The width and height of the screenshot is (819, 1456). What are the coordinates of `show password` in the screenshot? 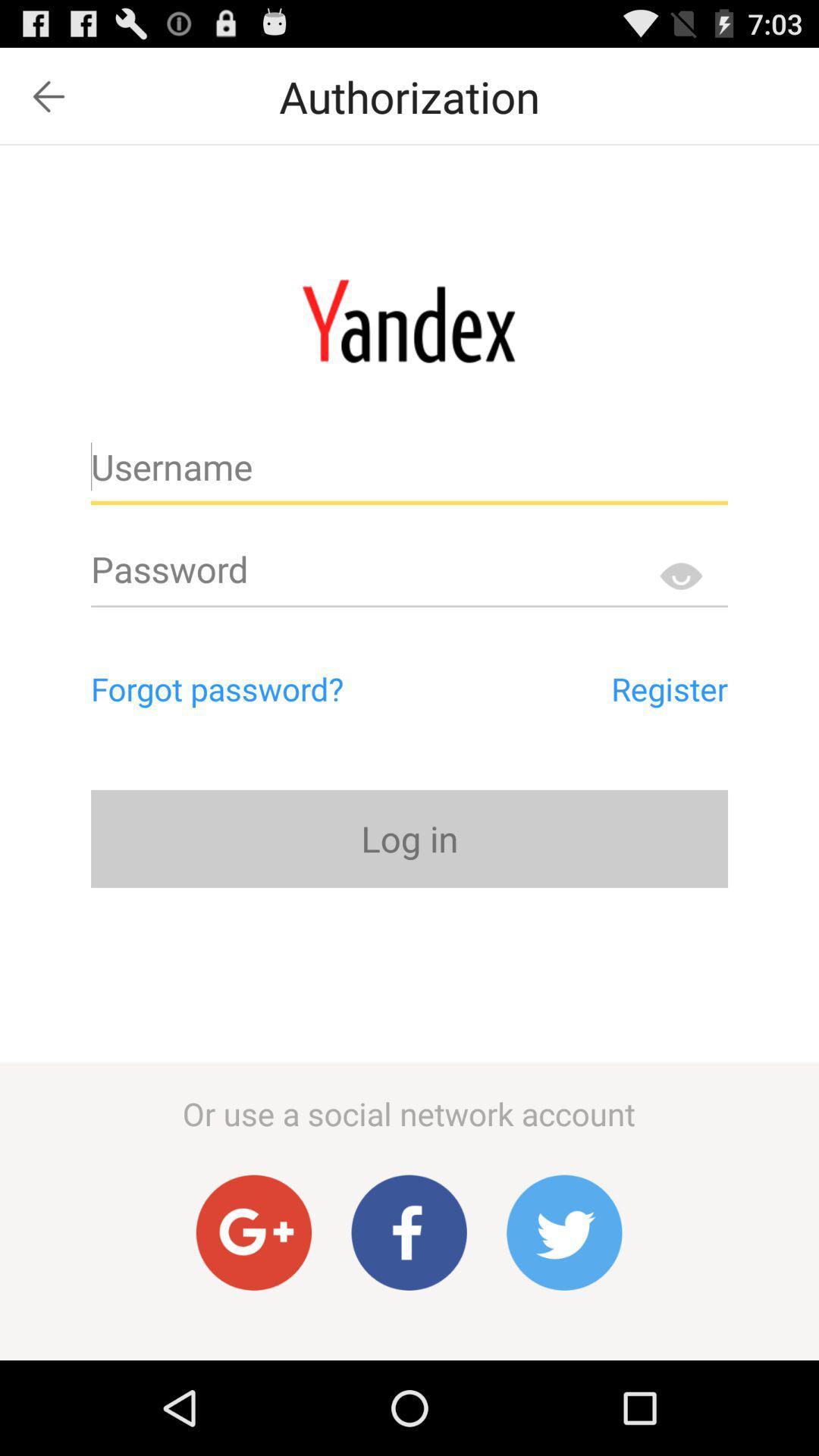 It's located at (679, 575).